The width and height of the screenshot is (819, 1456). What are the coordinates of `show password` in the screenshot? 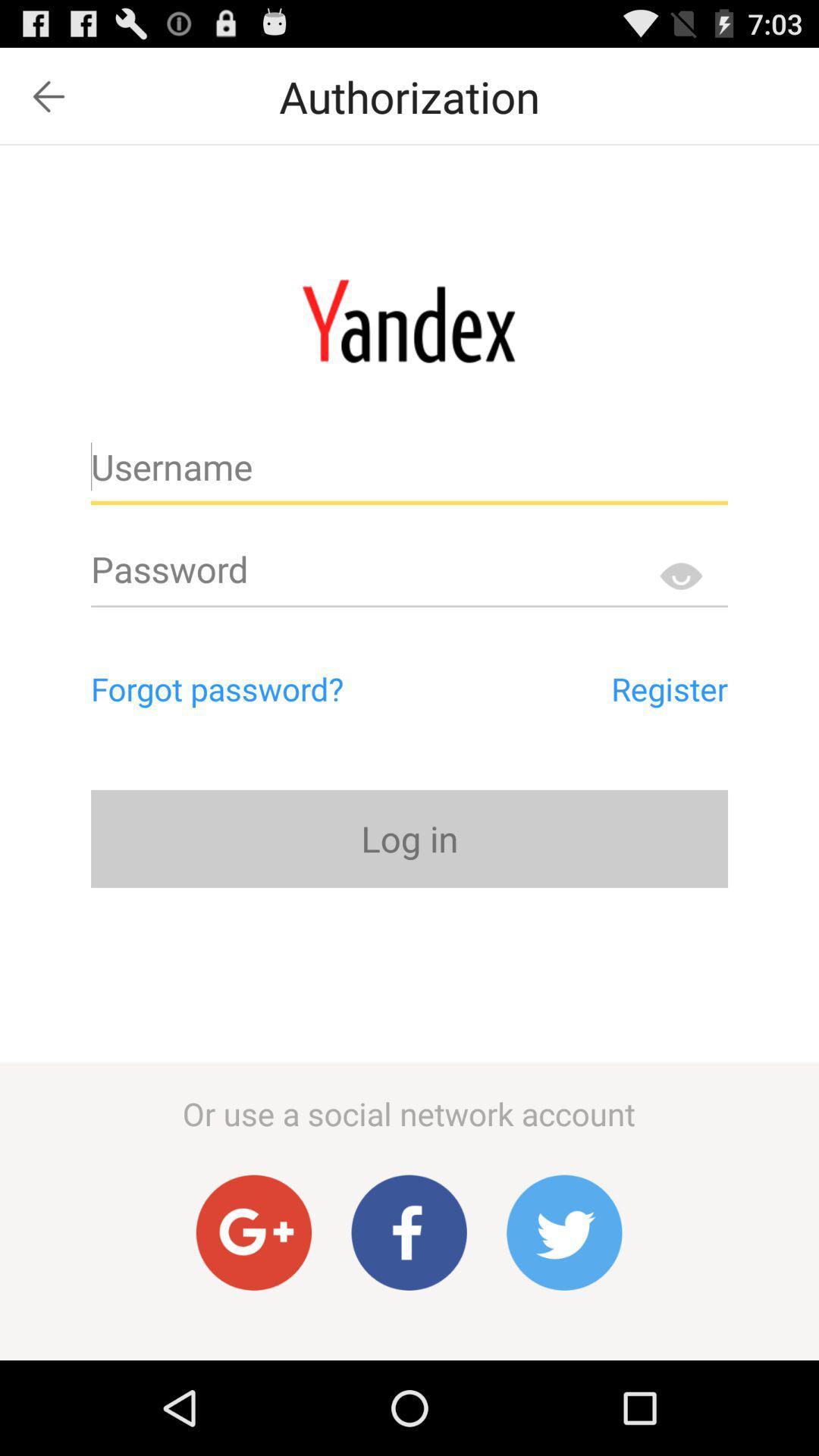 It's located at (679, 575).